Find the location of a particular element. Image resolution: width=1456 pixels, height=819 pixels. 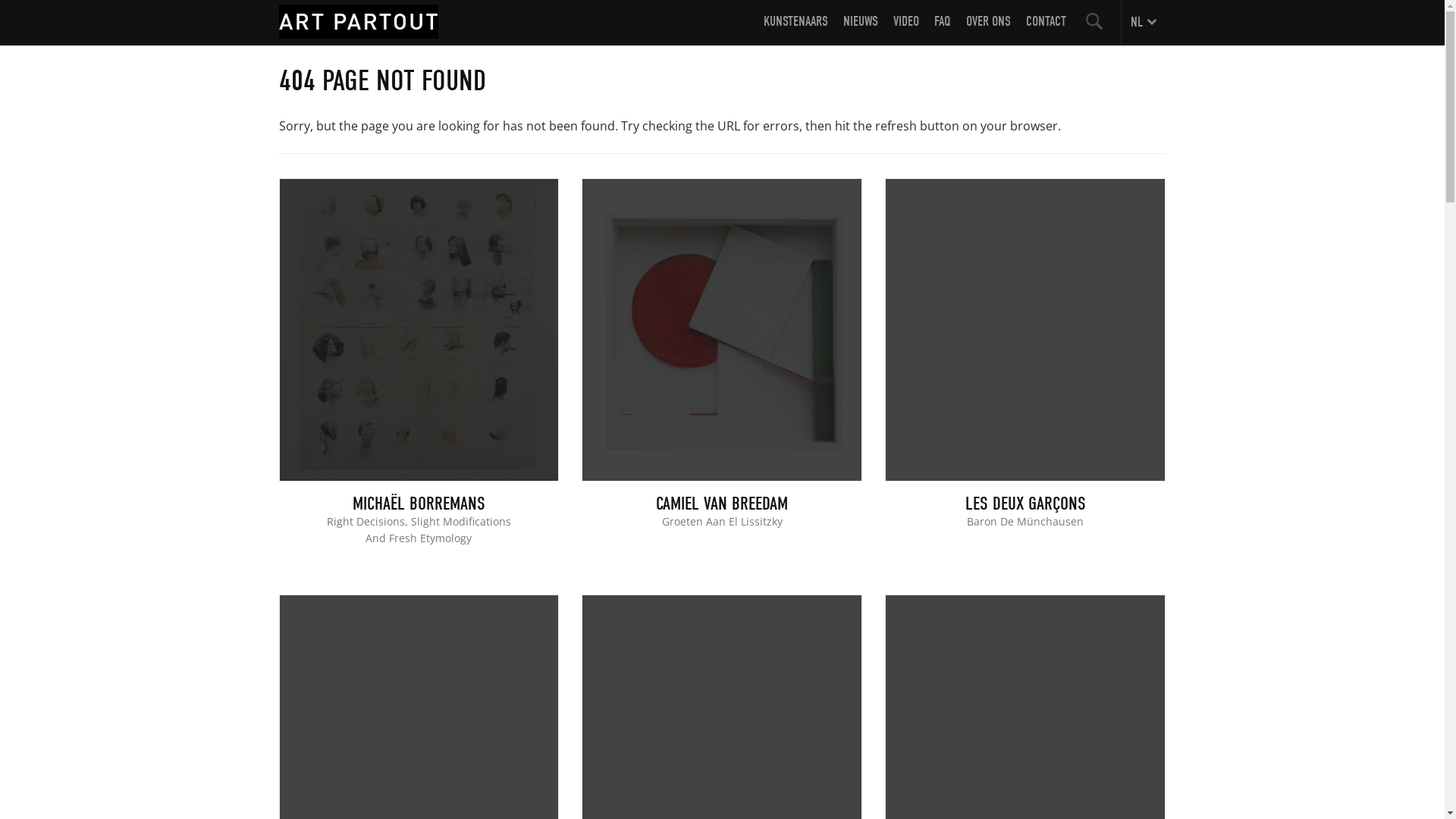

'FAQ' is located at coordinates (942, 28).